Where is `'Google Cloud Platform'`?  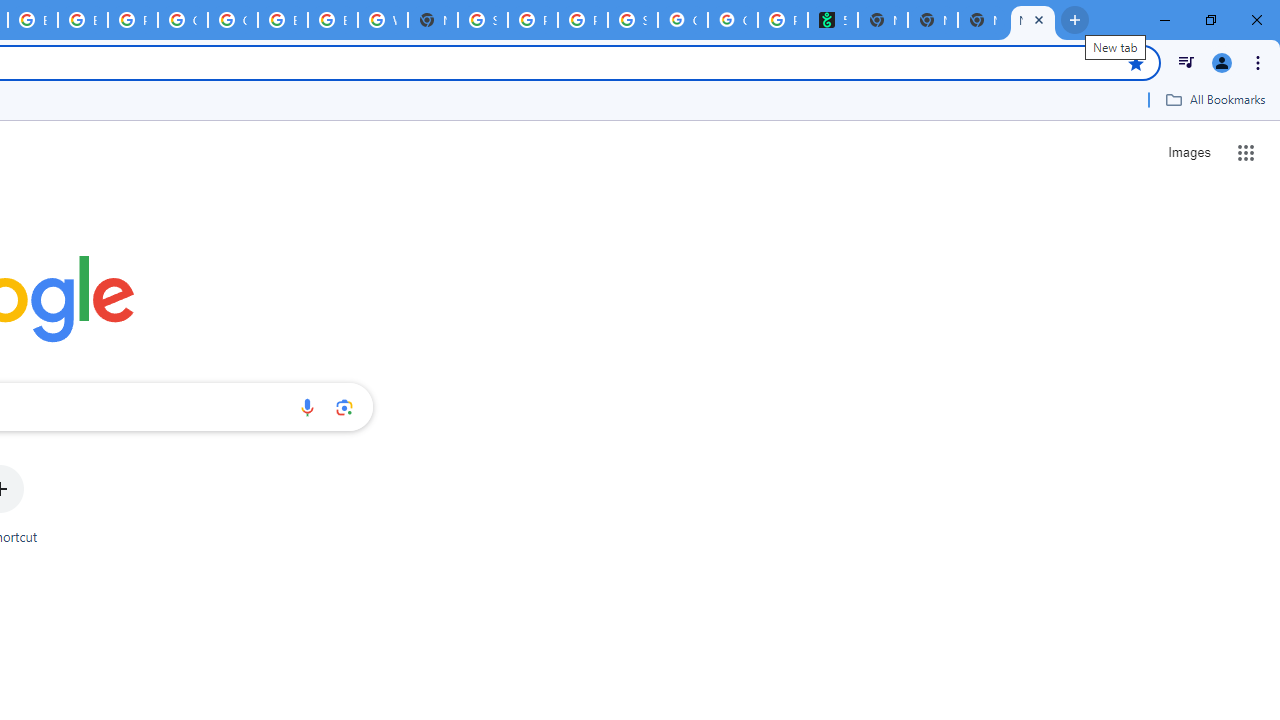
'Google Cloud Platform' is located at coordinates (183, 20).